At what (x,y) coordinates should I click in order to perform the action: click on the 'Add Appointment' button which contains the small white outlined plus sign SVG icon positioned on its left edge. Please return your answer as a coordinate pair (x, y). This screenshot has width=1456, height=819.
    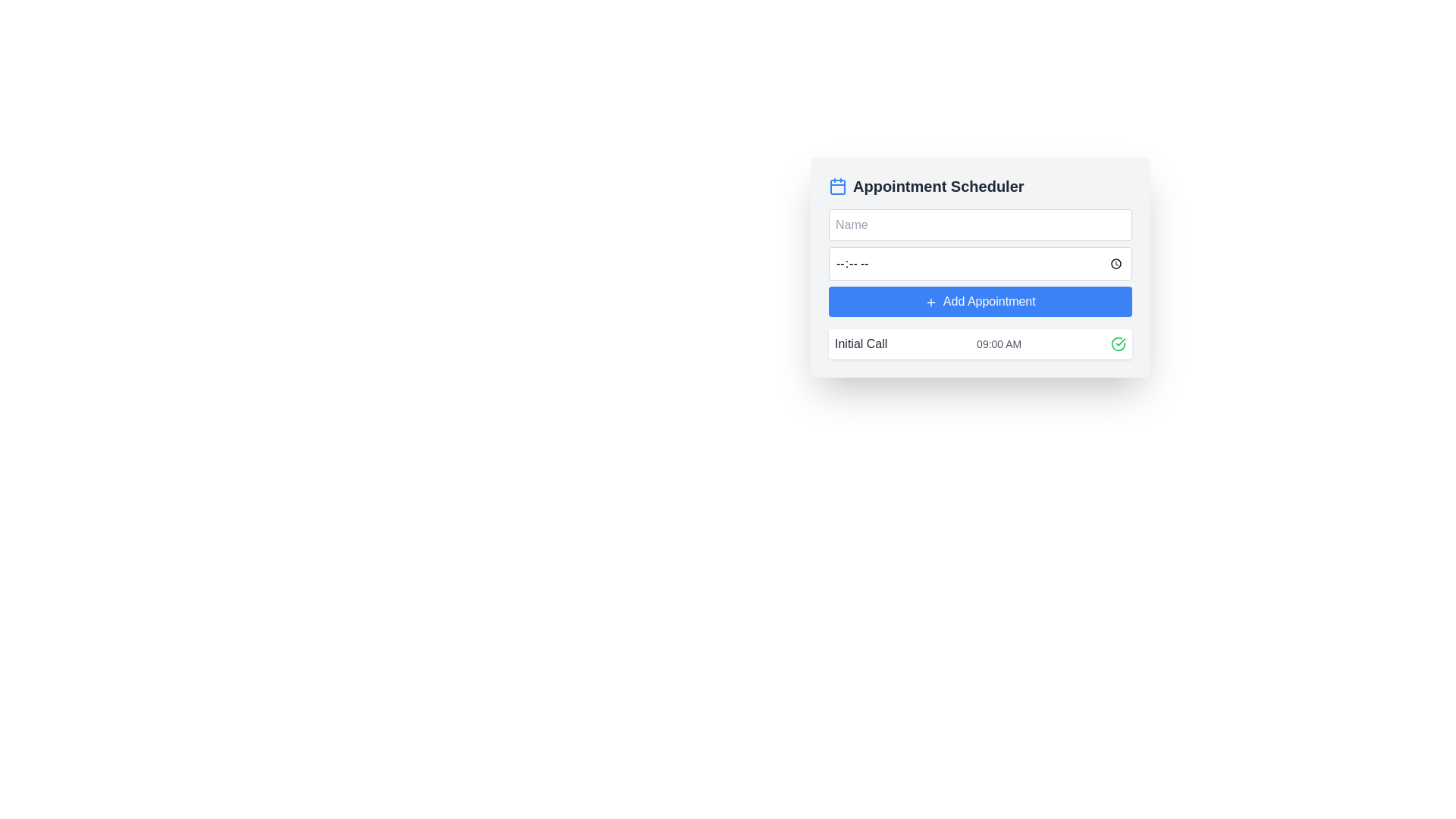
    Looking at the image, I should click on (930, 302).